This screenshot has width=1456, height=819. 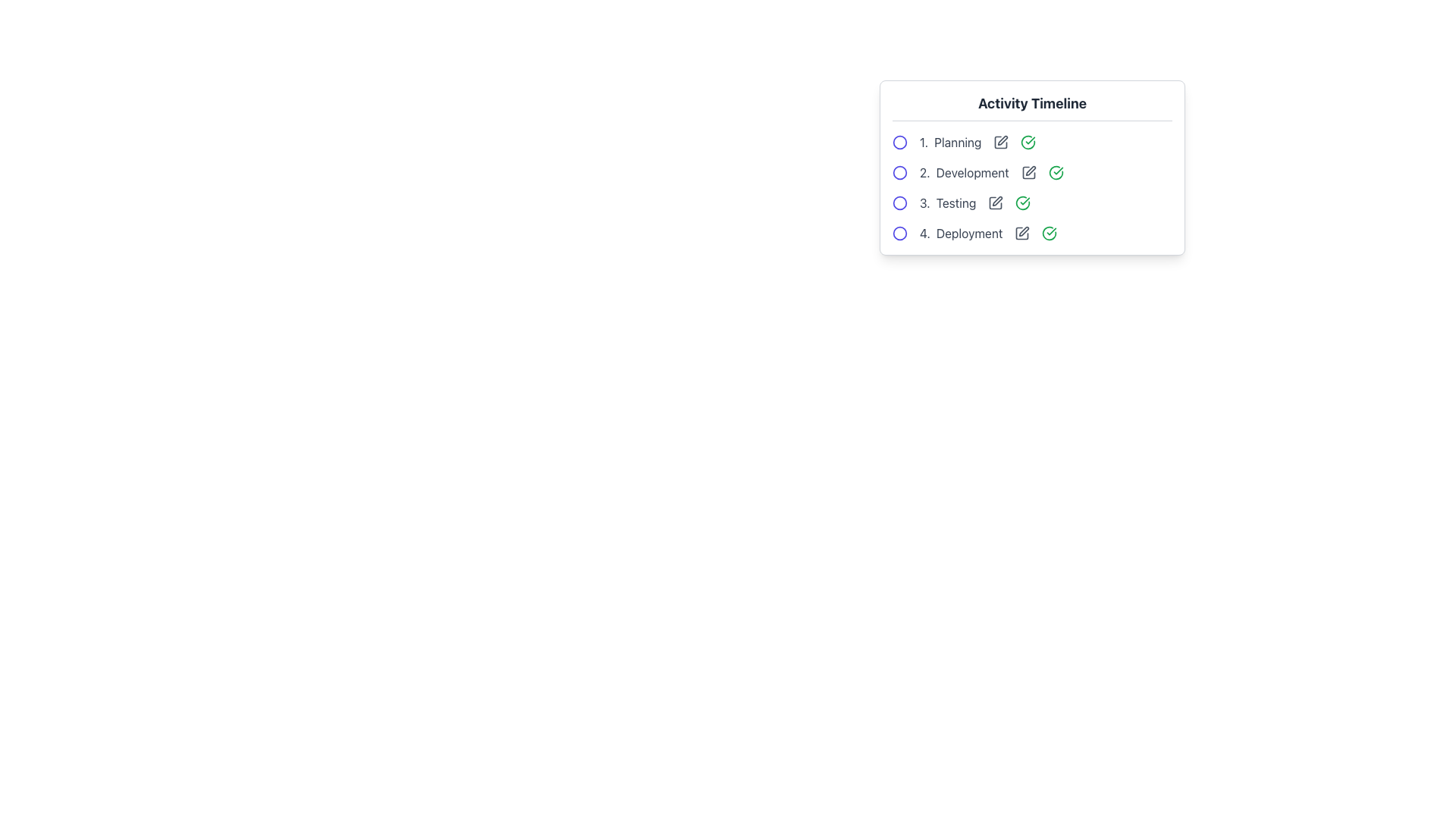 What do you see at coordinates (972, 171) in the screenshot?
I see `the text label 'Development' in the 'Activity Timeline' section, which is the second item in the list following '1. Planning'` at bounding box center [972, 171].